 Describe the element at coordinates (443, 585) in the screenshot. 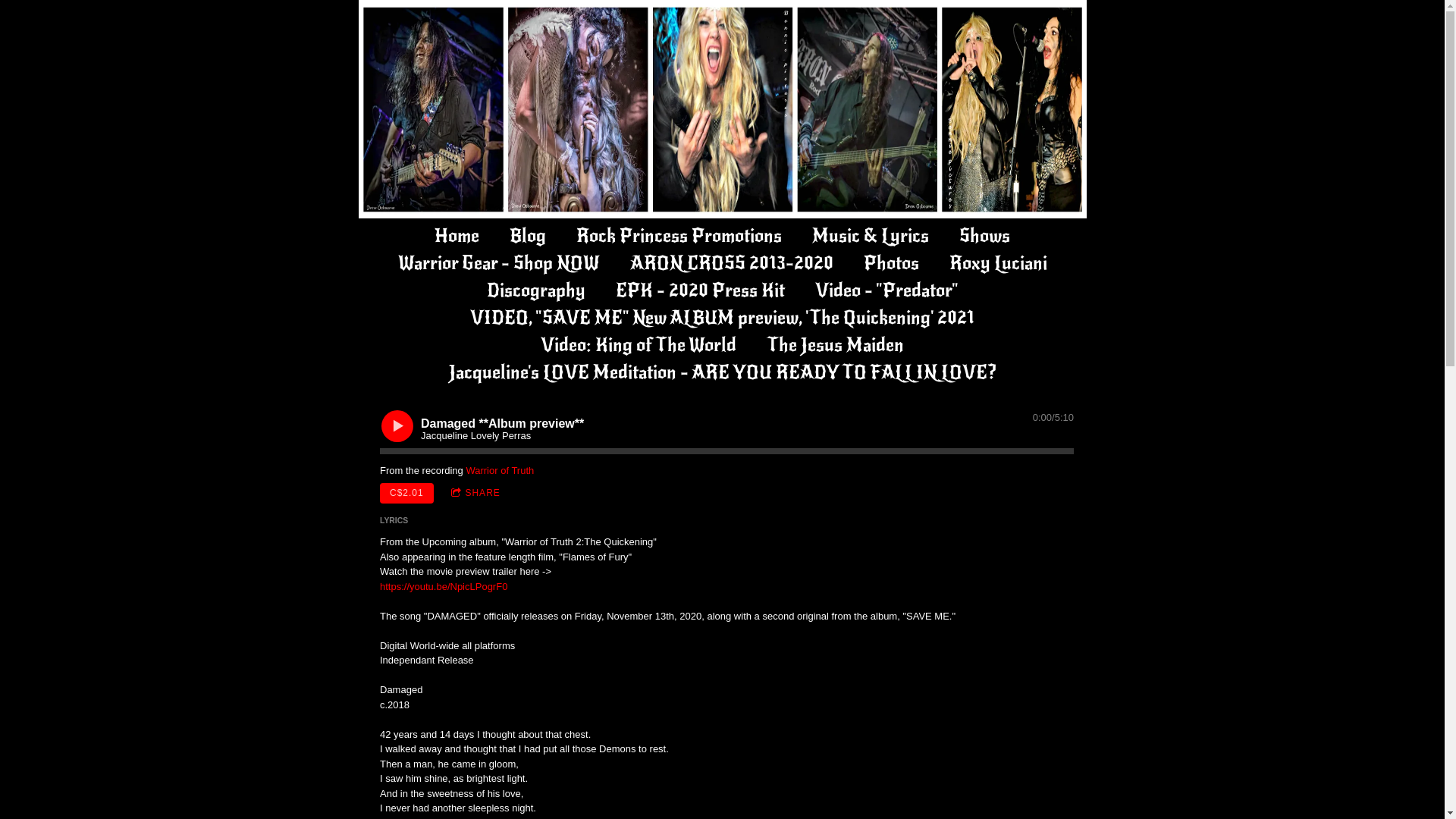

I see `'https://youtu.be/NpicLPogrF0'` at that location.